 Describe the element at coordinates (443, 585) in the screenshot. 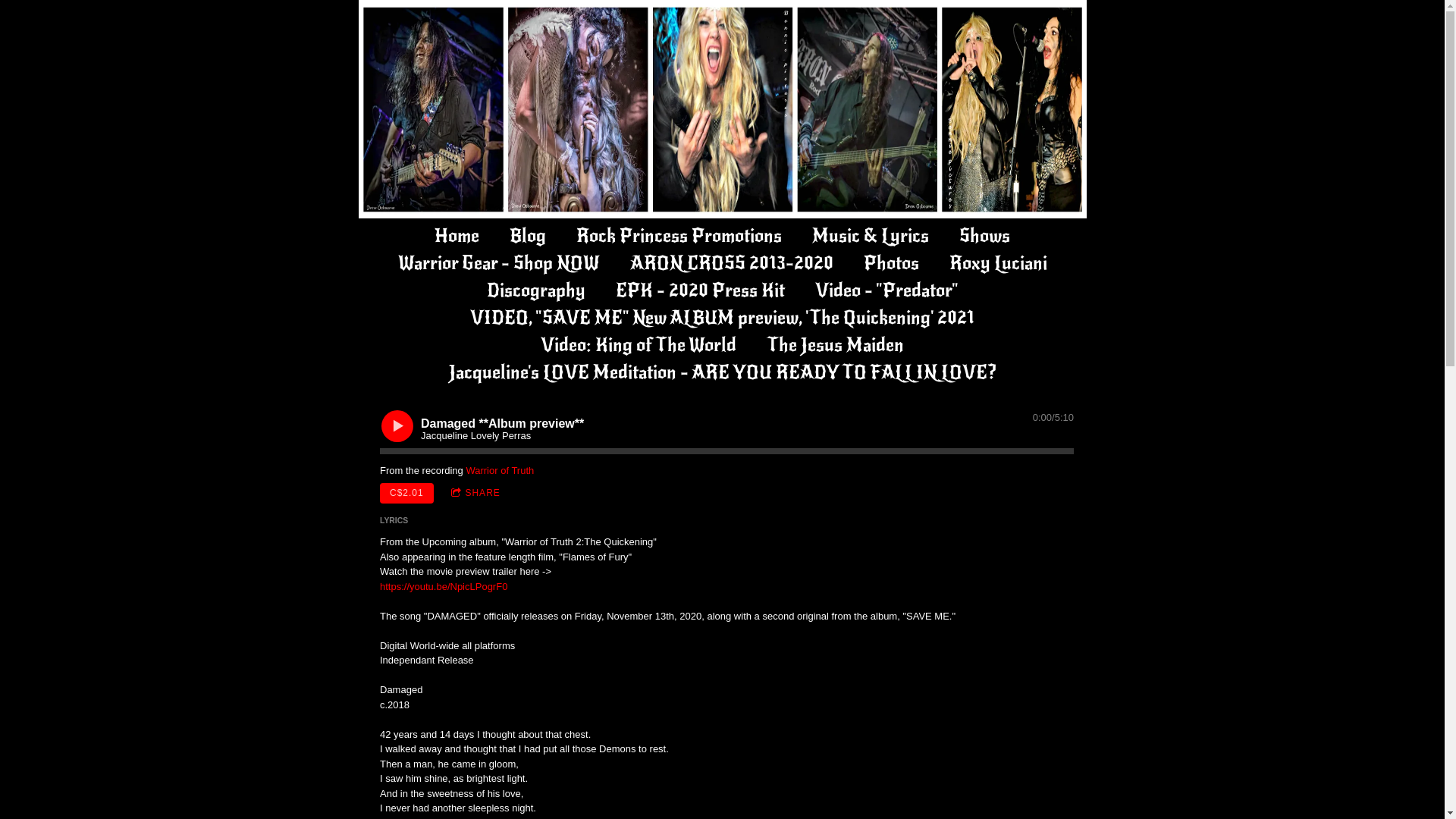

I see `'https://youtu.be/NpicLPogrF0'` at that location.